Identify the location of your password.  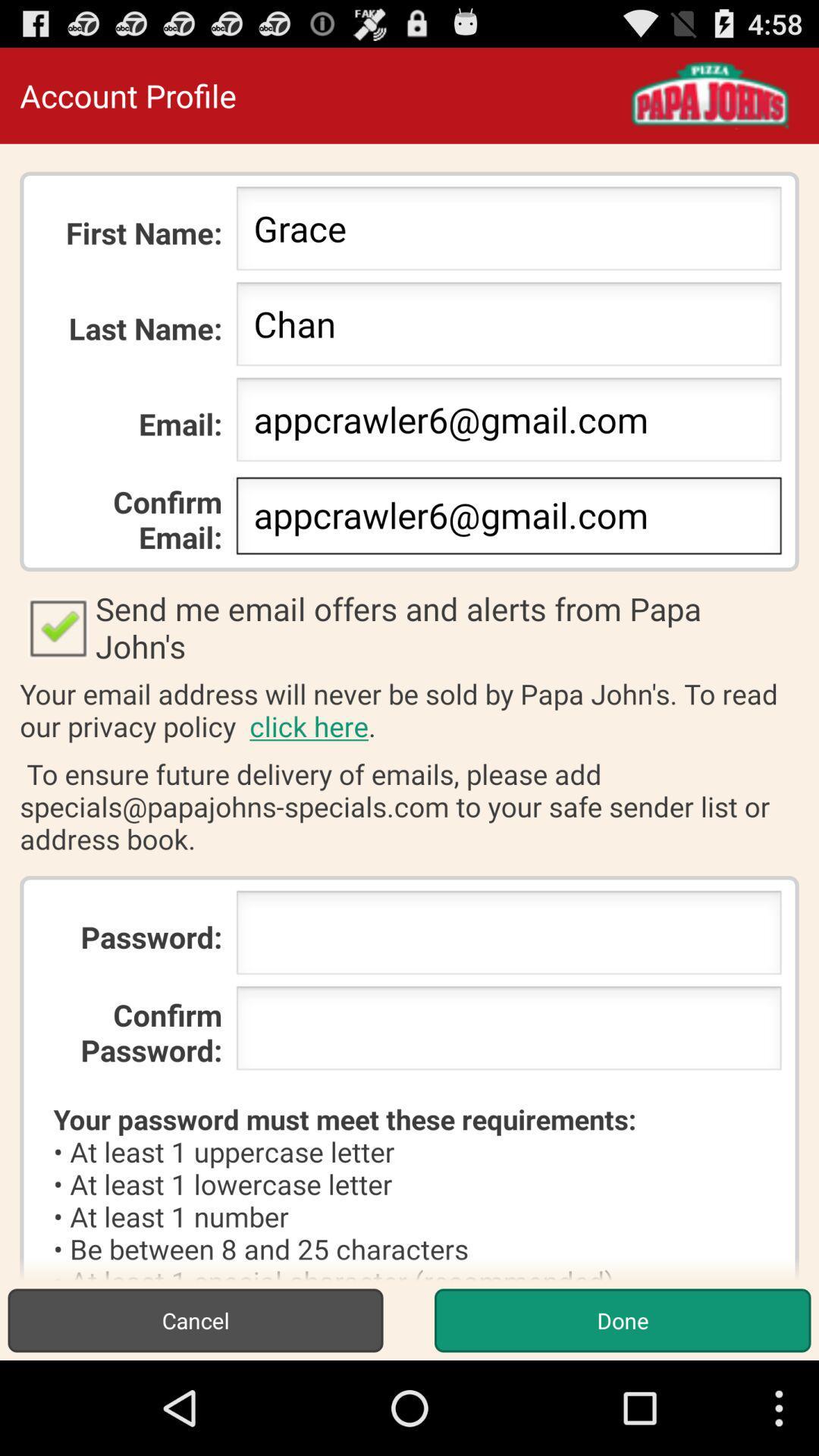
(509, 937).